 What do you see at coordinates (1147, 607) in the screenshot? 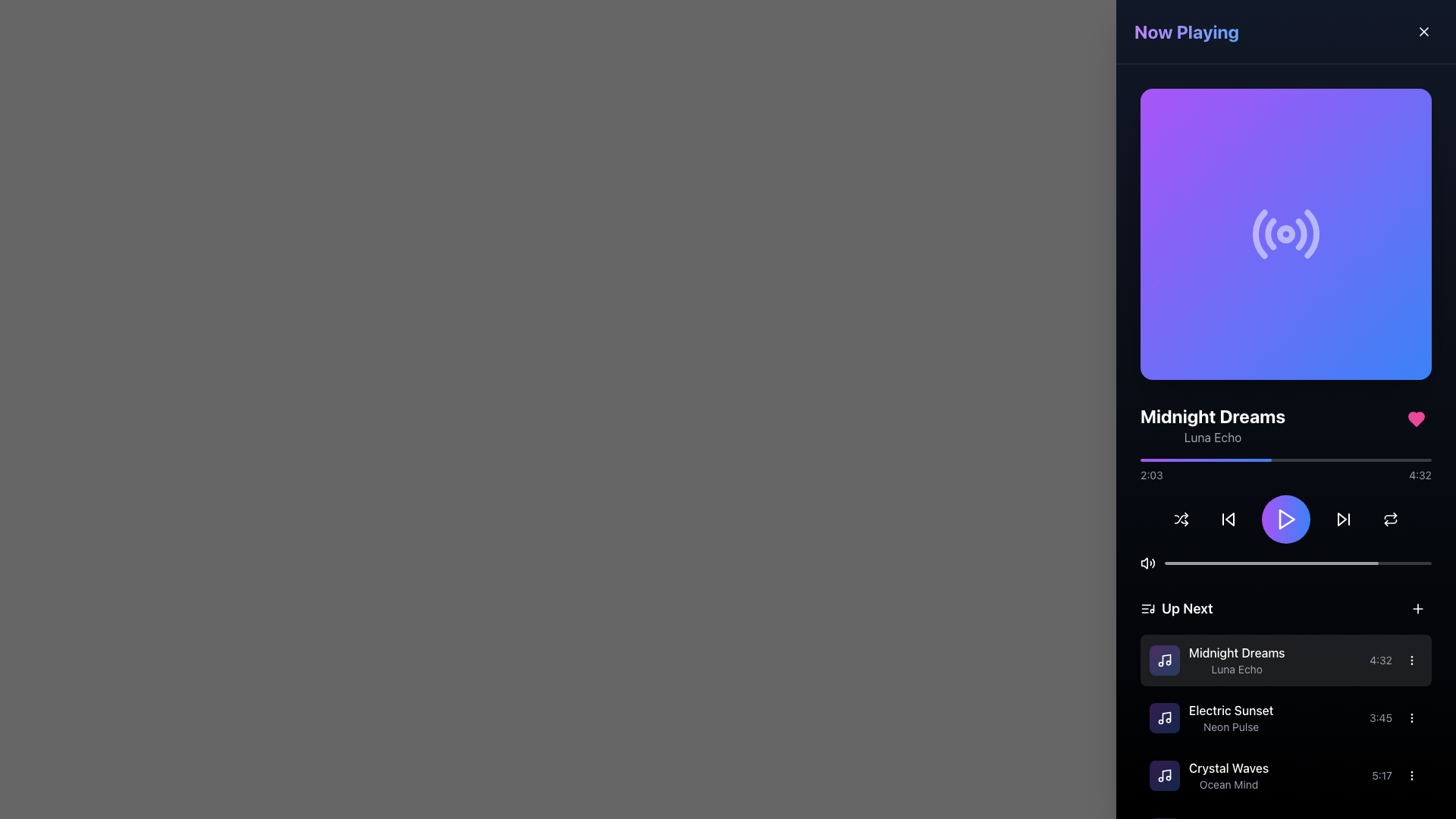
I see `the music icon located to the left of the text 'Up Next', which is styled as a minimalist grayish vector graphic within a 24x24px square` at bounding box center [1147, 607].